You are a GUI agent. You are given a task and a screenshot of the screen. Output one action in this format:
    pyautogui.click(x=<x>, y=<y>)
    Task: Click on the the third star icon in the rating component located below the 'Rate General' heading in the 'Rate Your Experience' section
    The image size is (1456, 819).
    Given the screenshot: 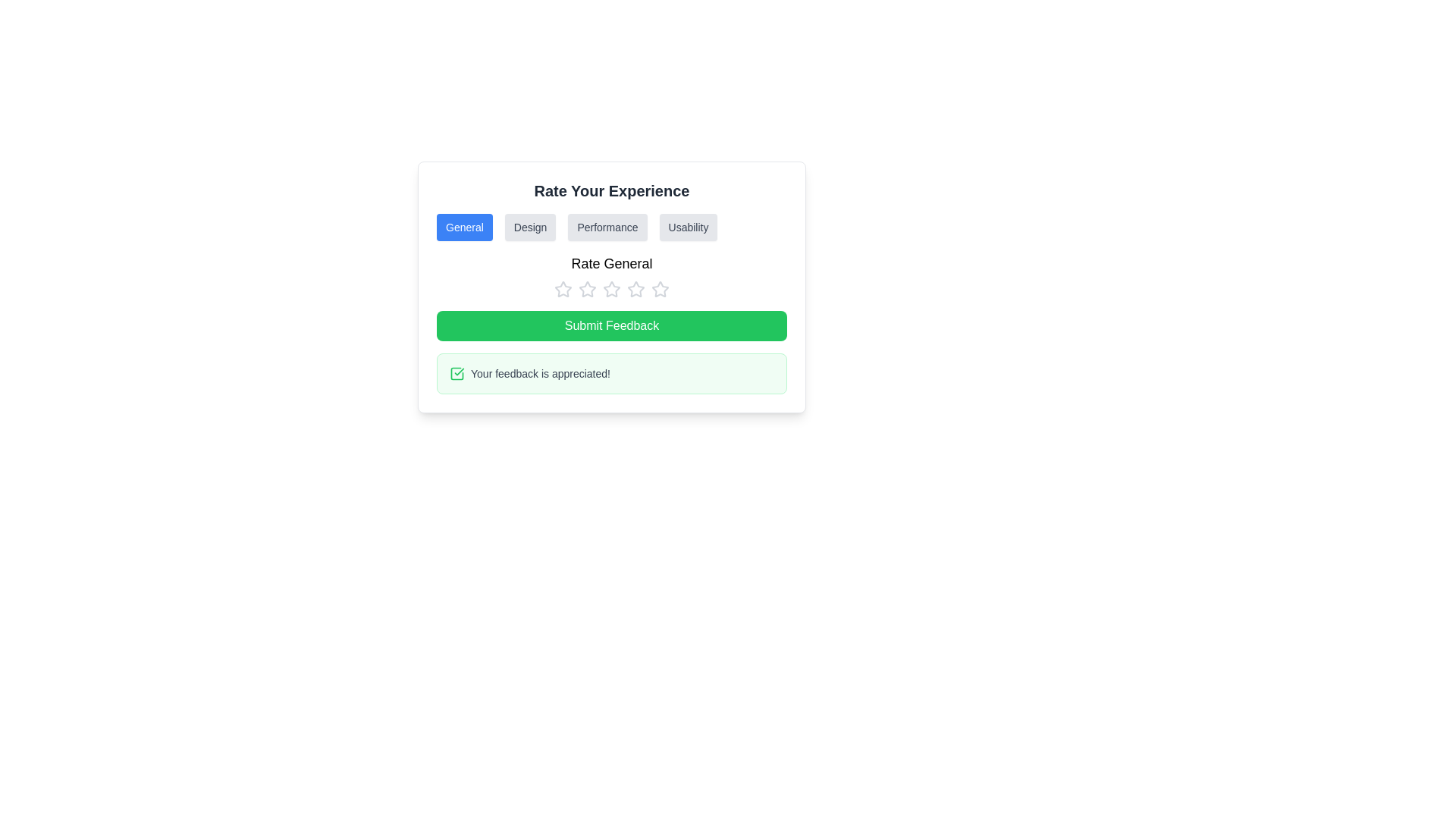 What is the action you would take?
    pyautogui.click(x=611, y=289)
    